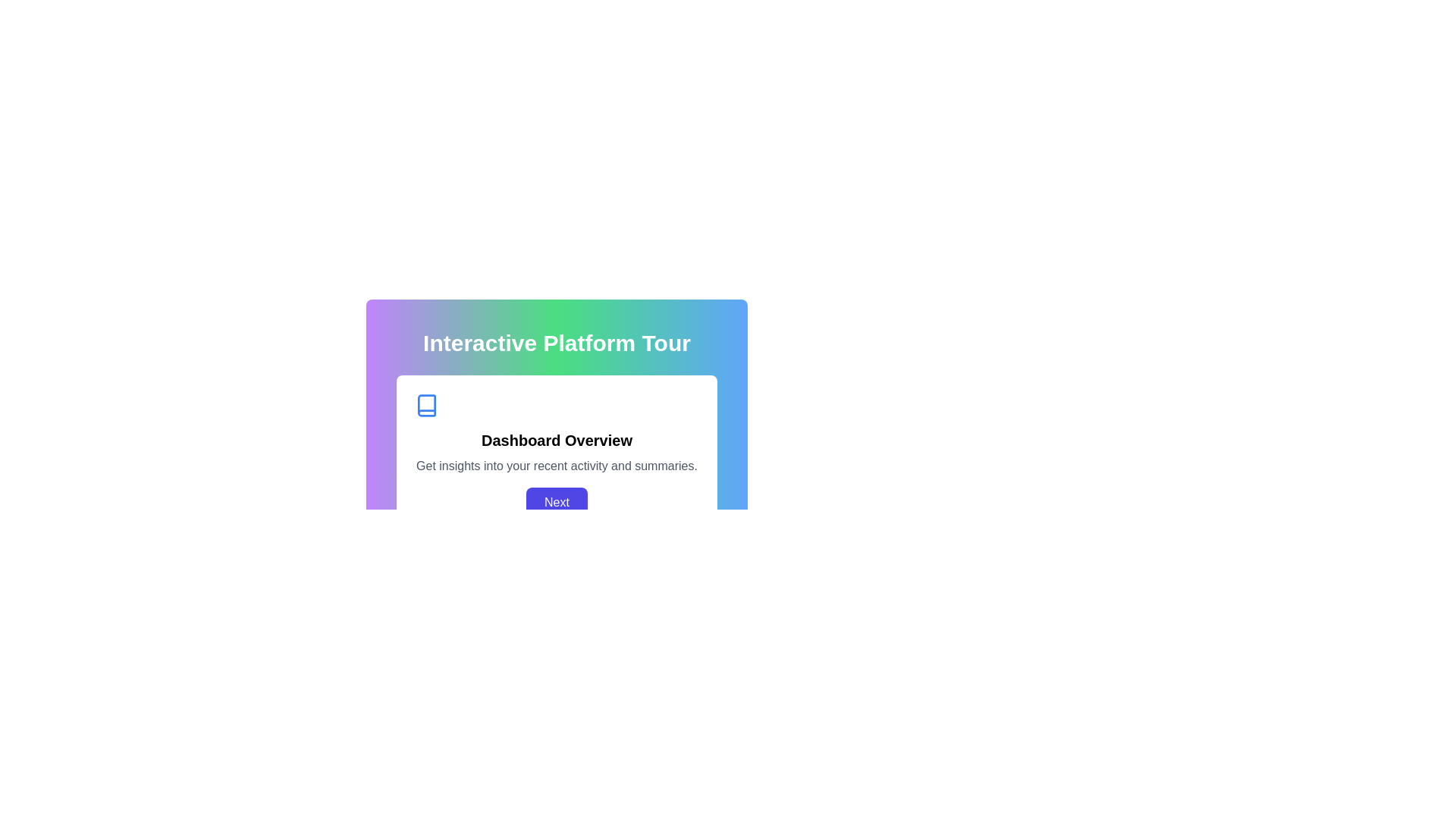 The height and width of the screenshot is (819, 1456). I want to click on the SVG icon representing knowledge, located in the card below 'Interactive Platform Tour', to the left of 'Dashboard Overview', so click(425, 405).